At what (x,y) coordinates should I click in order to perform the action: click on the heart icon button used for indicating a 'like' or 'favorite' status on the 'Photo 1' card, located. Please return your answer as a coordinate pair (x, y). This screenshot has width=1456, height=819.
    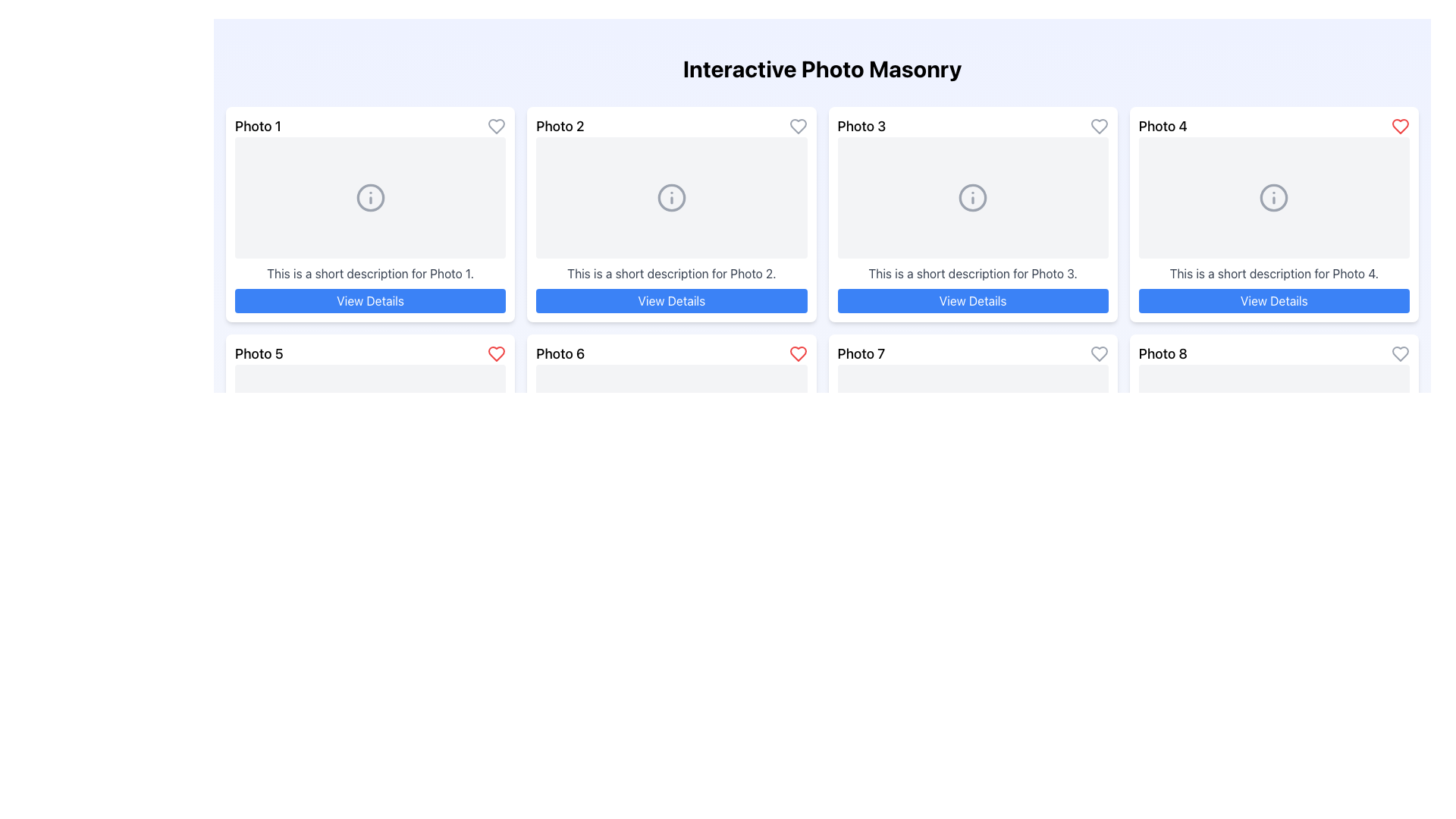
    Looking at the image, I should click on (497, 125).